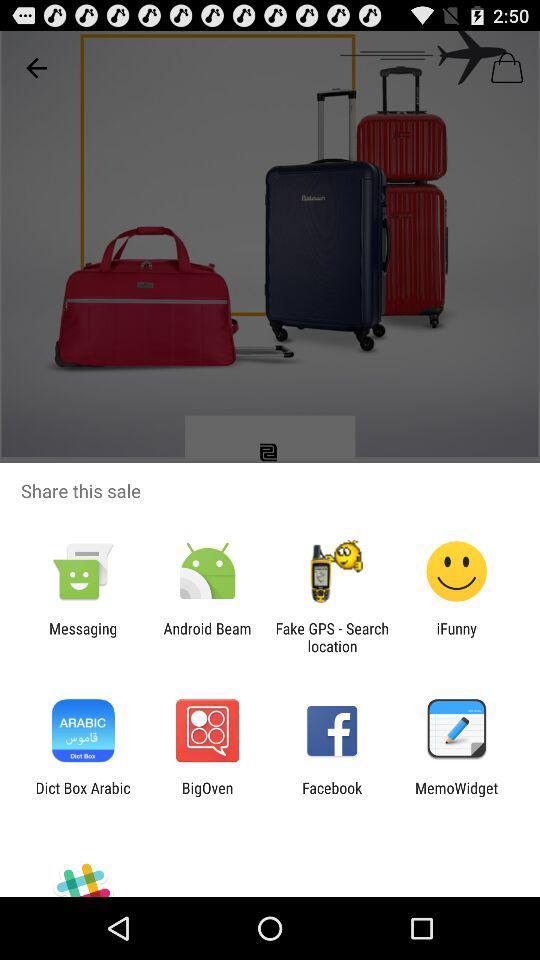 Image resolution: width=540 pixels, height=960 pixels. Describe the element at coordinates (332, 636) in the screenshot. I see `the fake gps search icon` at that location.